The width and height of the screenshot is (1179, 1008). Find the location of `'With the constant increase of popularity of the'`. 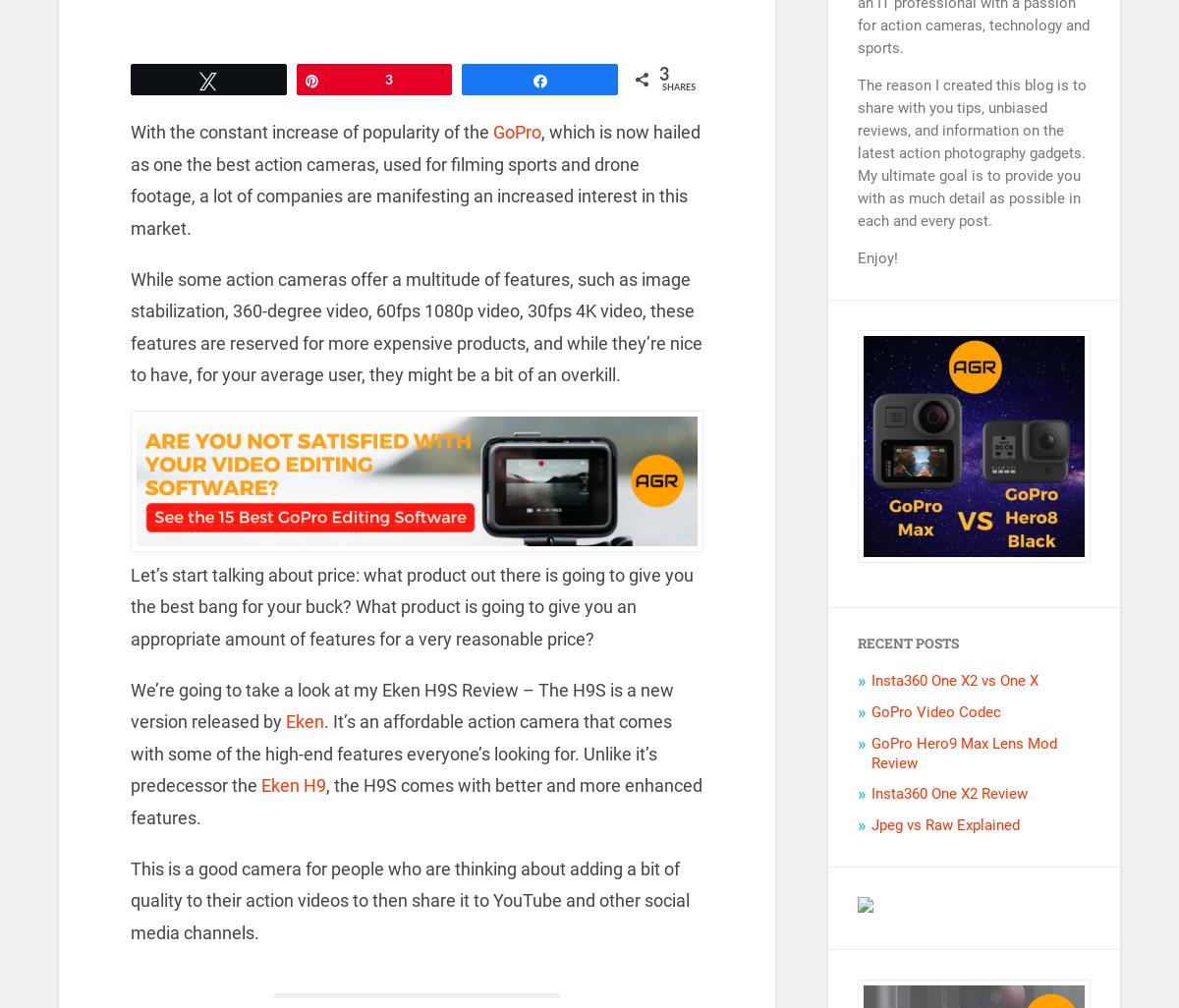

'With the constant increase of popularity of the' is located at coordinates (130, 132).